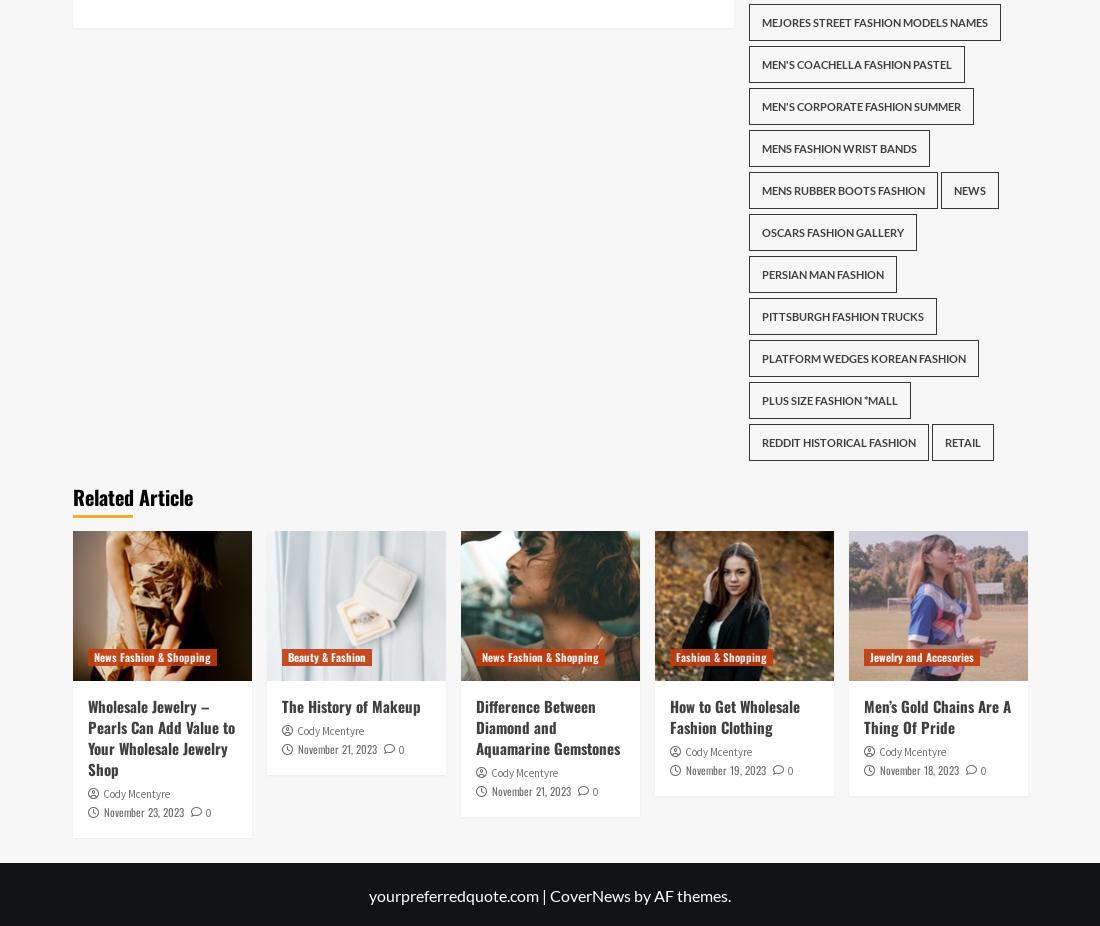 The image size is (1100, 926). I want to click on 'November 18, 2023', so click(918, 769).